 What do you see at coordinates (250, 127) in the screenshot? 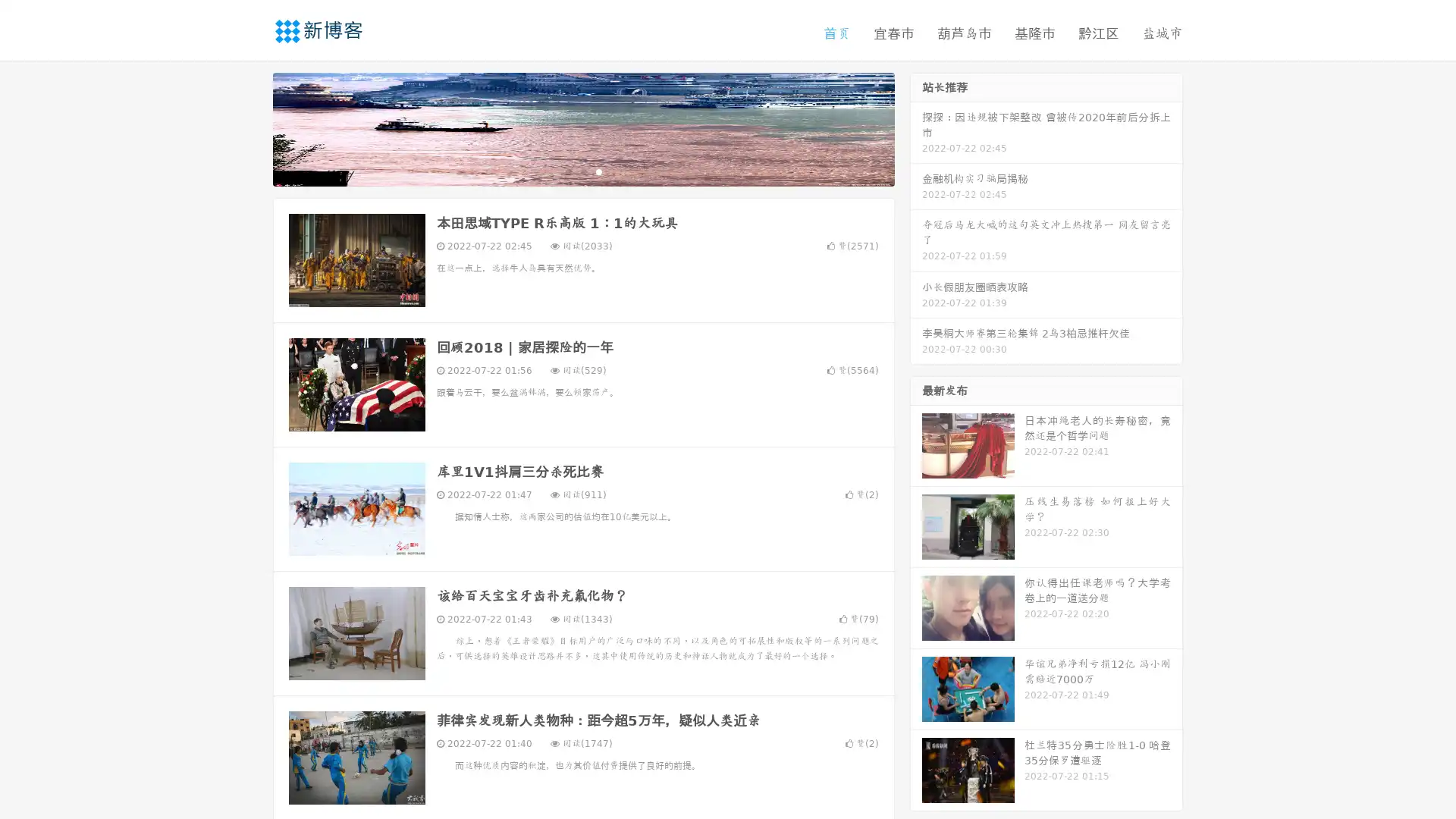
I see `Previous slide` at bounding box center [250, 127].